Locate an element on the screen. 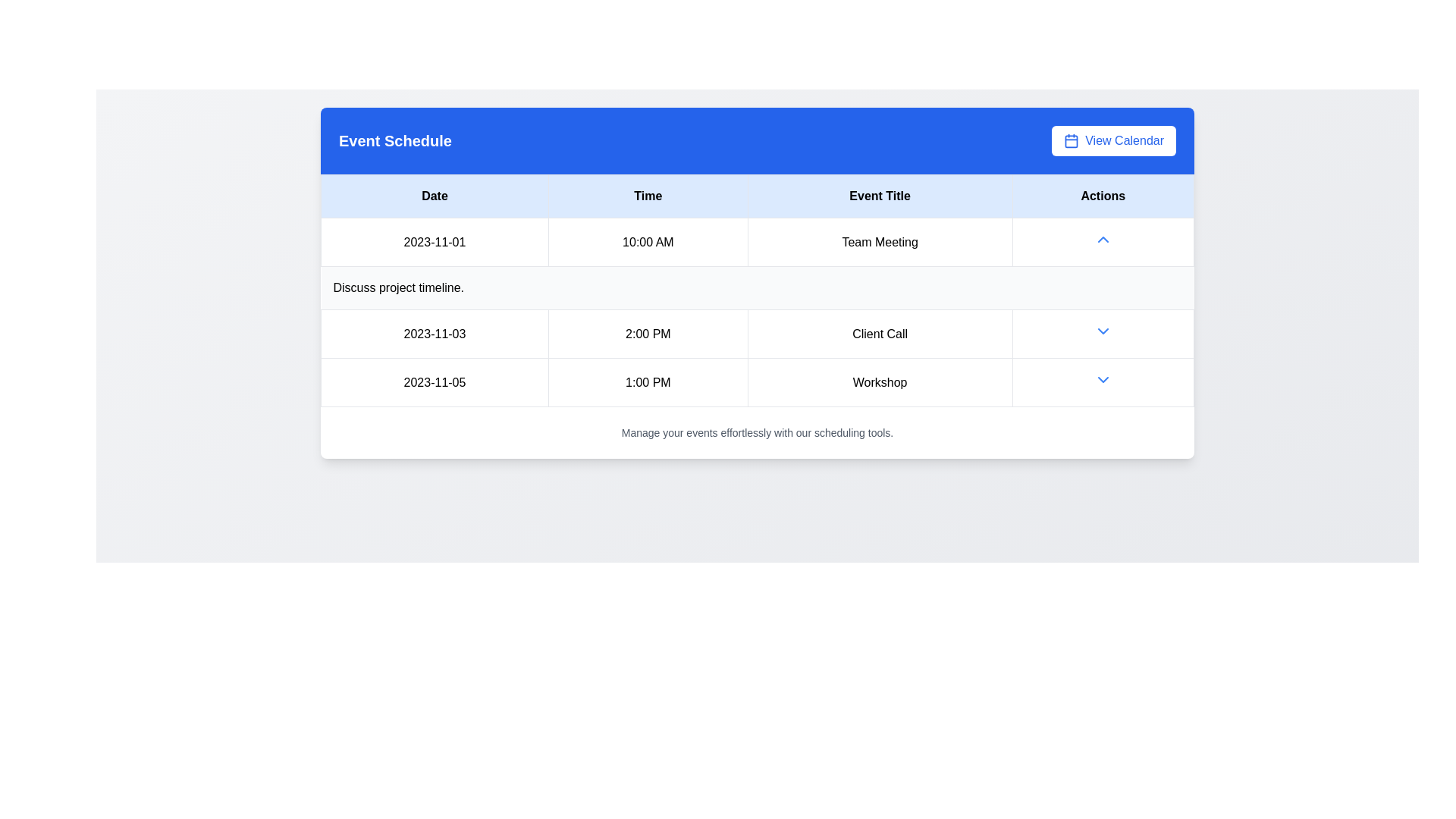 Image resolution: width=1456 pixels, height=819 pixels. the third row of the event schedule table displaying the event entry for 'Workshop' on '2023-11-05' at '1:00 PM' for more details is located at coordinates (757, 381).